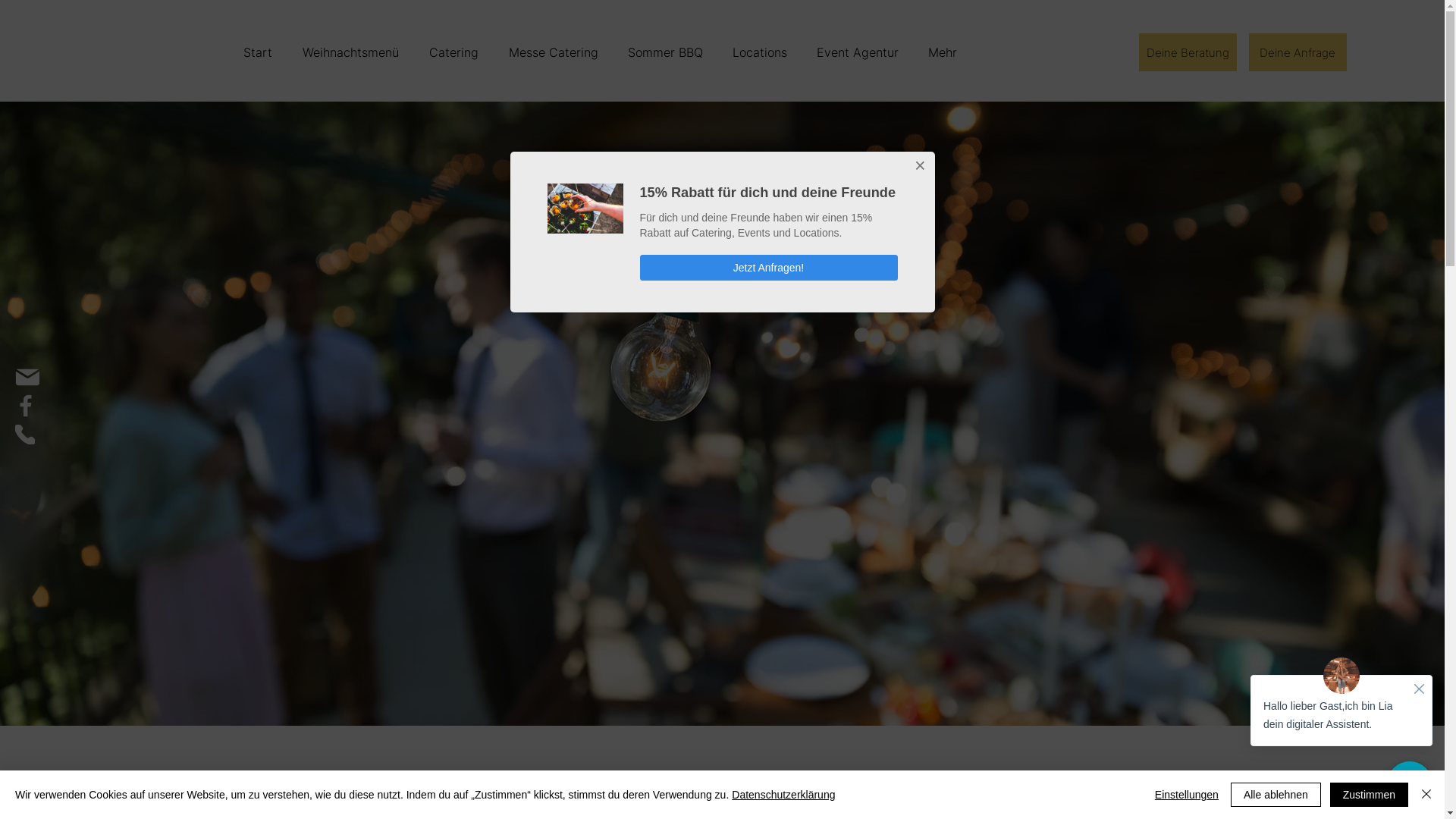  What do you see at coordinates (768, 267) in the screenshot?
I see `'Jetzt Anfragen!'` at bounding box center [768, 267].